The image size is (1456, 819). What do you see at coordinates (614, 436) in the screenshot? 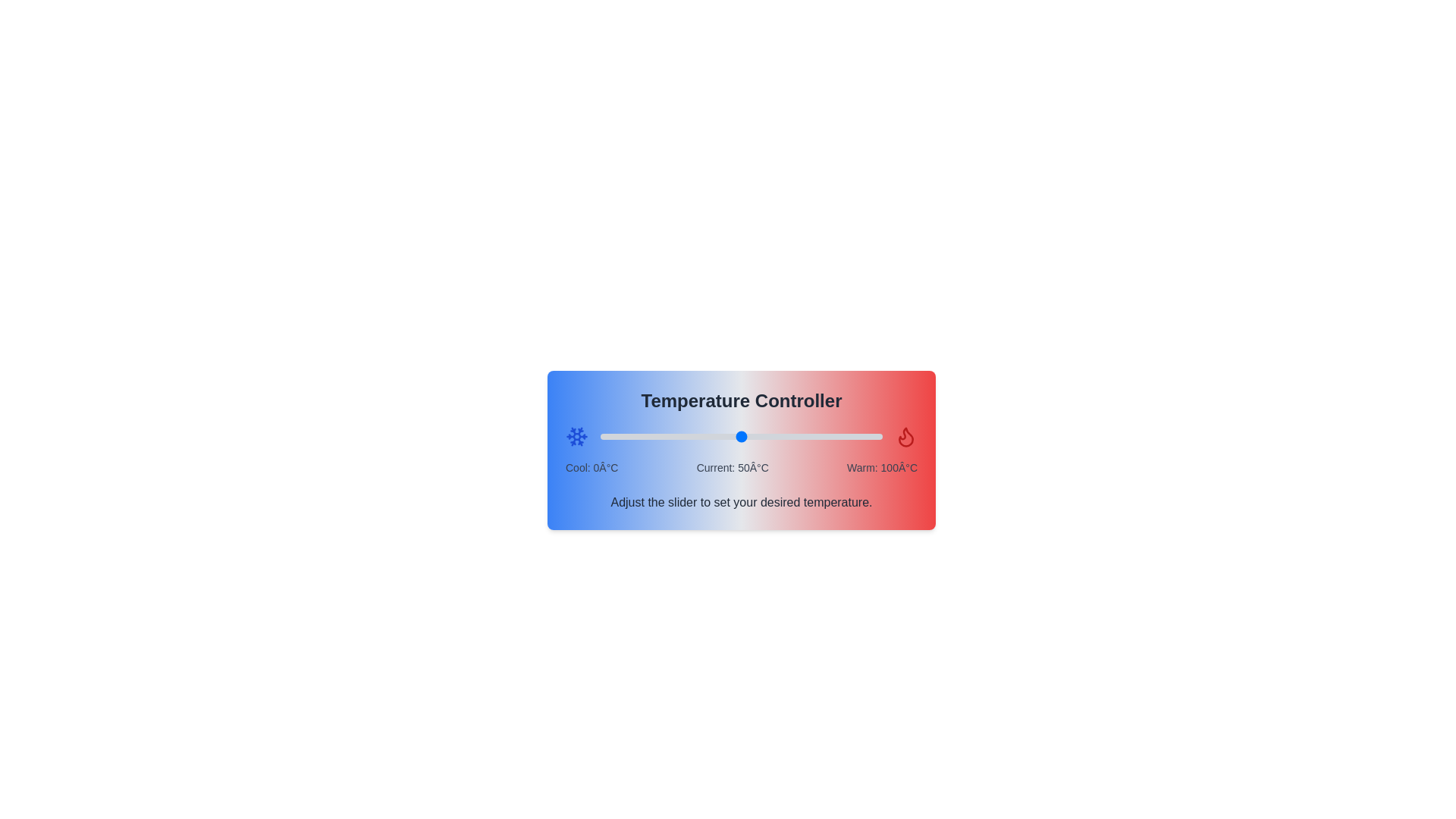
I see `the temperature to 5°C by adjusting the slider` at bounding box center [614, 436].